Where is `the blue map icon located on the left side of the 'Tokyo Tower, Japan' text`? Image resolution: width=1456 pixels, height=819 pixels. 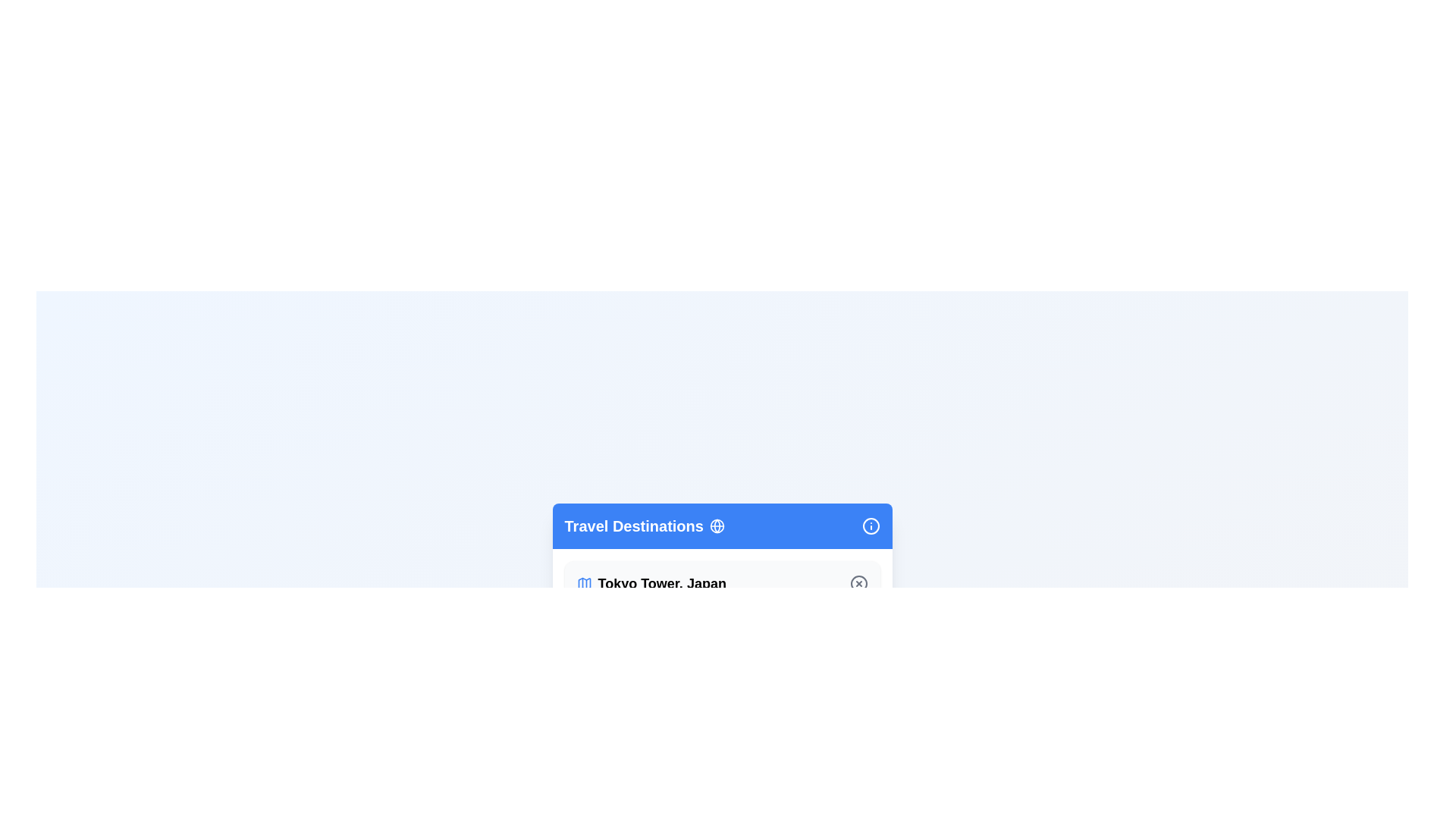
the blue map icon located on the left side of the 'Tokyo Tower, Japan' text is located at coordinates (583, 583).